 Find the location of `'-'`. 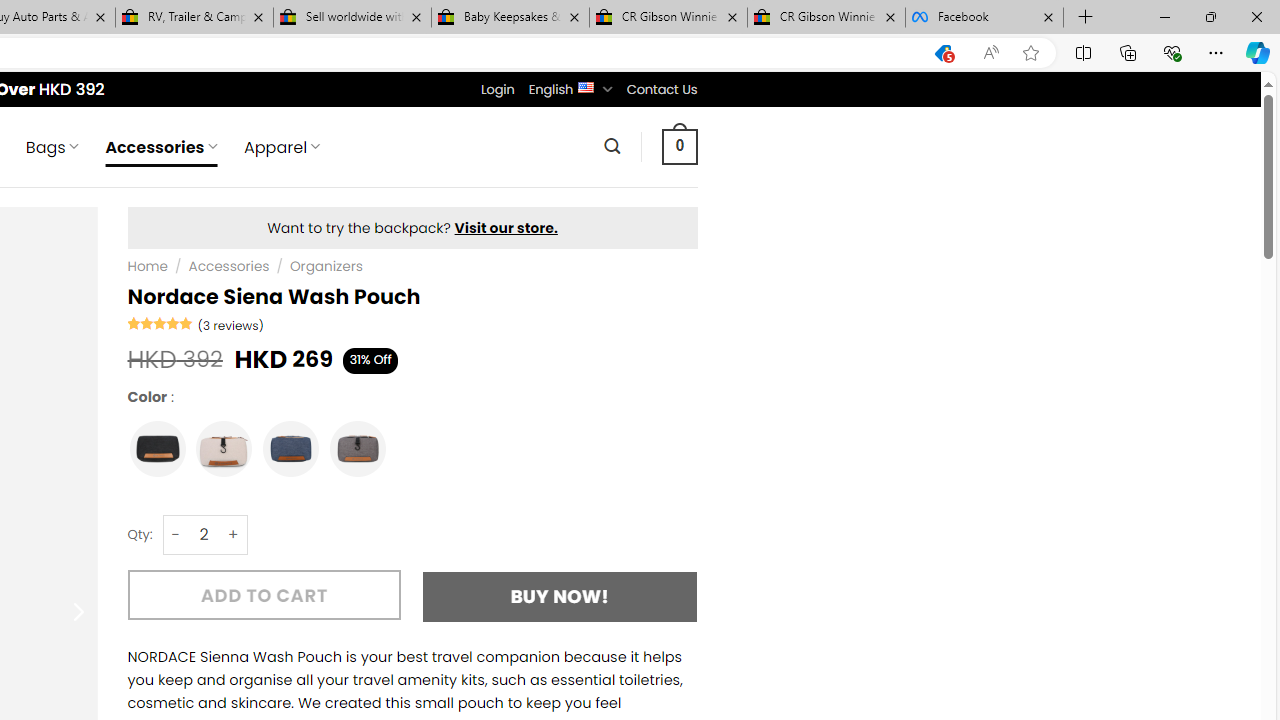

'-' is located at coordinates (176, 533).